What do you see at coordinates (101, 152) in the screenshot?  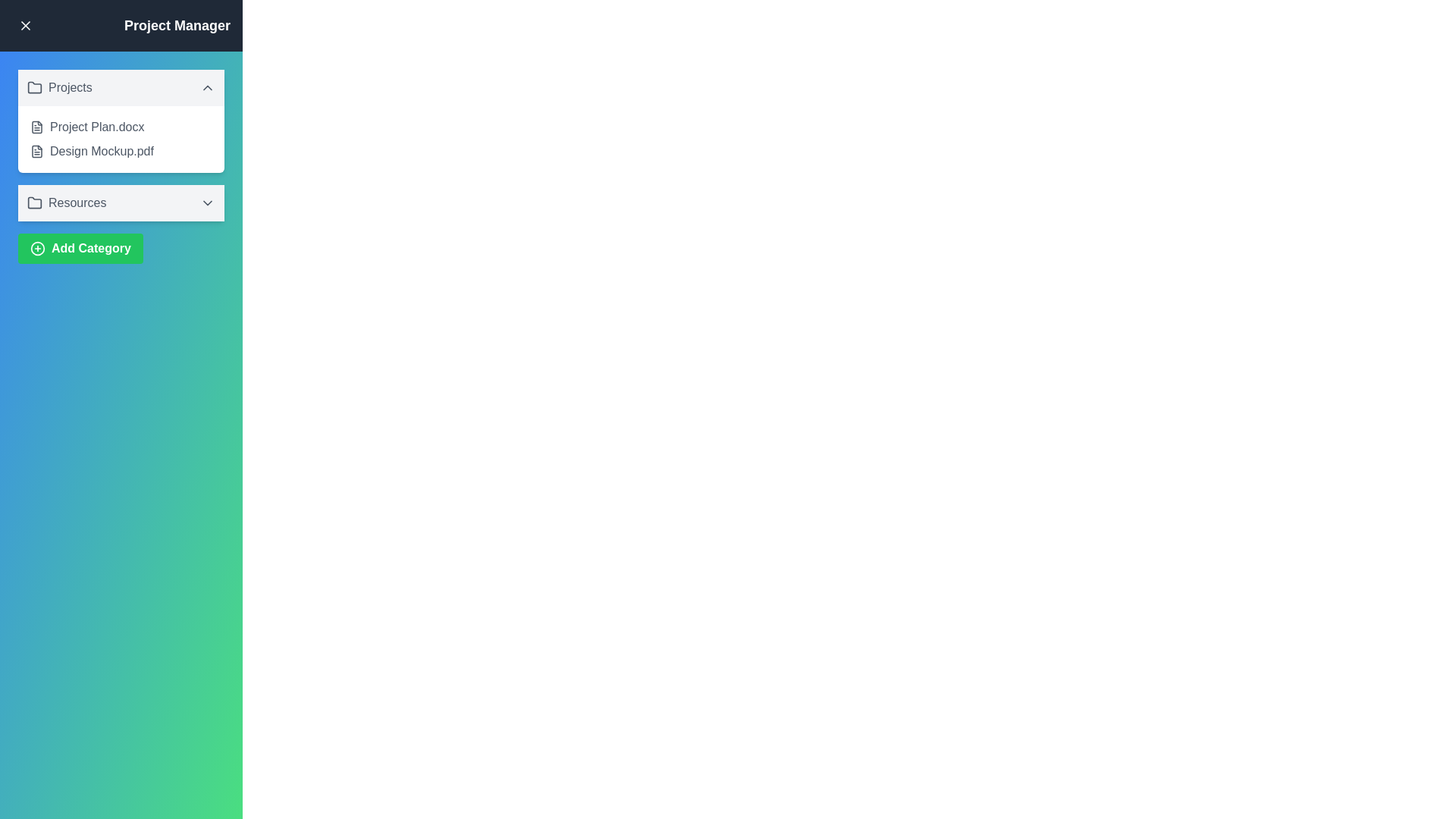 I see `the text label displaying 'Design Mockup.pdf' in the sidebar under the 'Projects' section` at bounding box center [101, 152].